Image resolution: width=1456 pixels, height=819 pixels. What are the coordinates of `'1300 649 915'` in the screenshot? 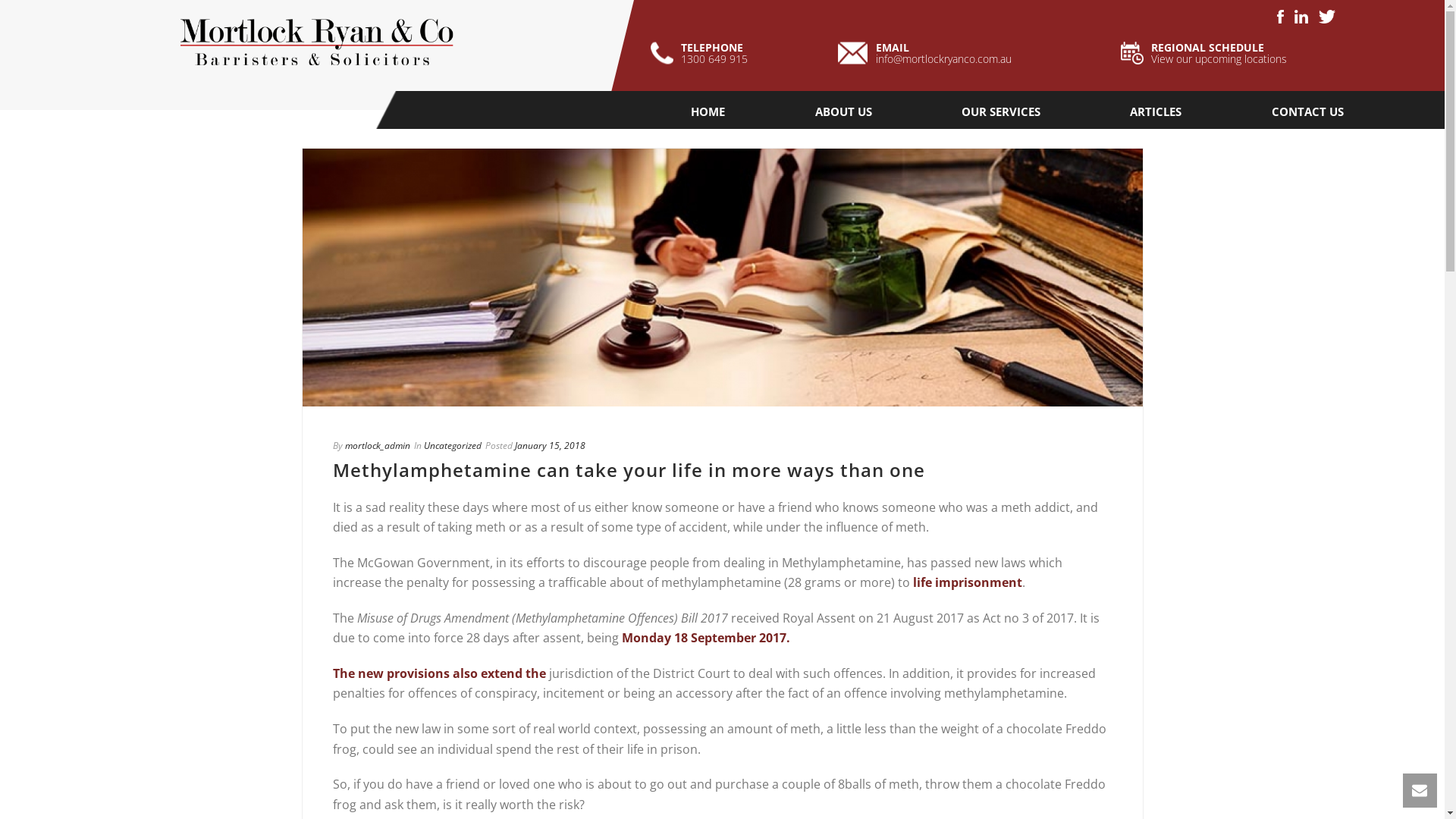 It's located at (713, 58).